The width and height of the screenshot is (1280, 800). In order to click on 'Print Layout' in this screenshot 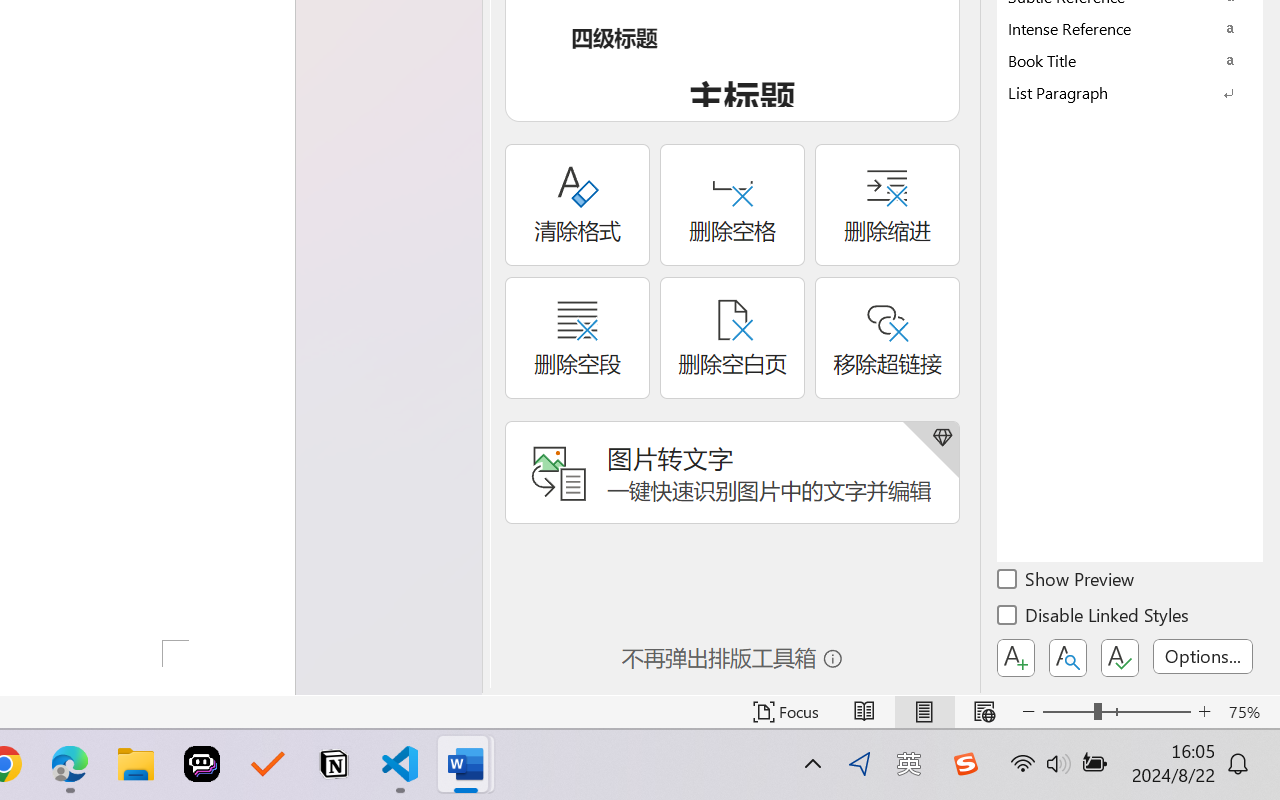, I will do `click(923, 711)`.